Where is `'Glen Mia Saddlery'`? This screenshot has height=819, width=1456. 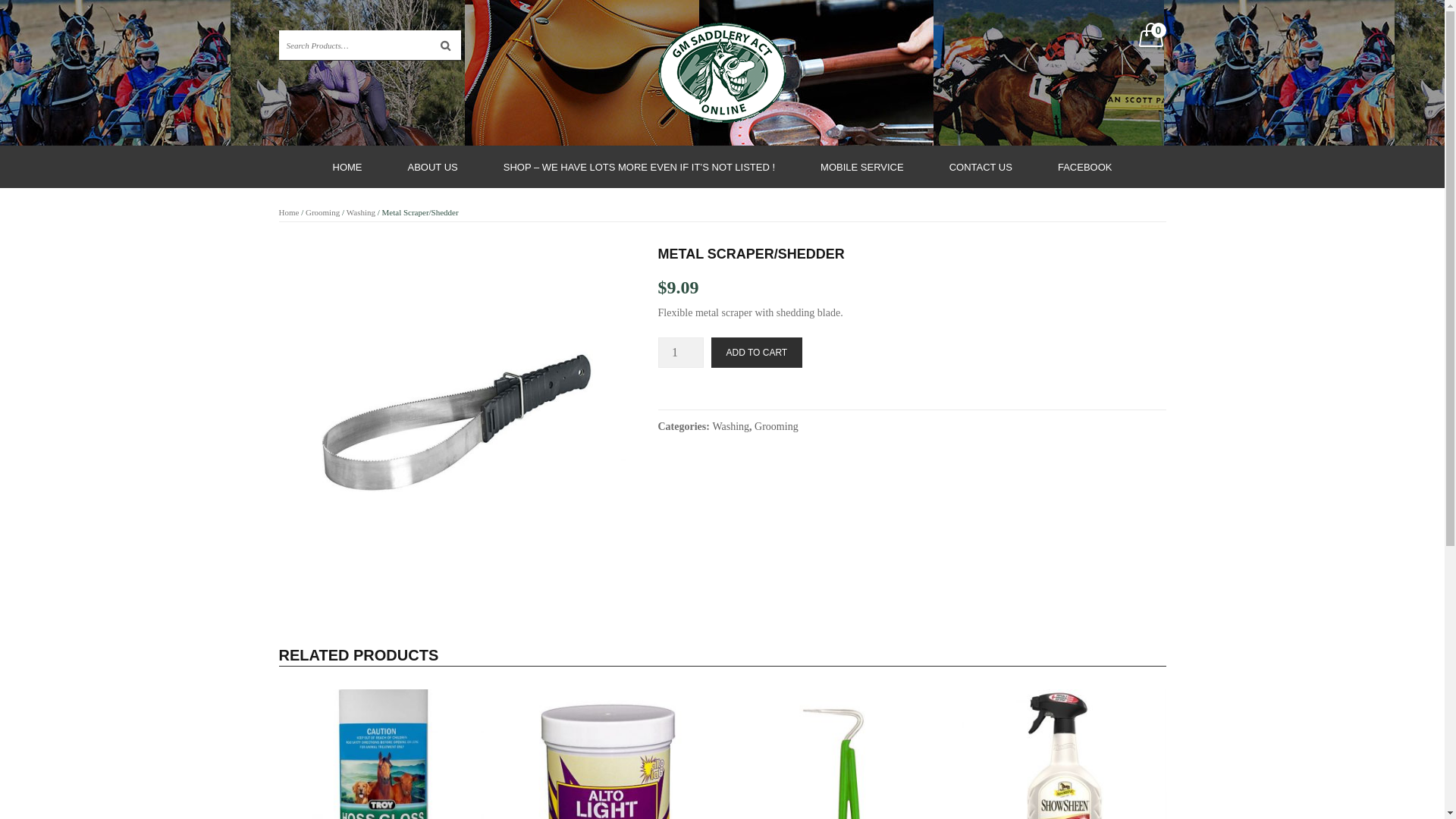
'Glen Mia Saddlery' is located at coordinates (721, 71).